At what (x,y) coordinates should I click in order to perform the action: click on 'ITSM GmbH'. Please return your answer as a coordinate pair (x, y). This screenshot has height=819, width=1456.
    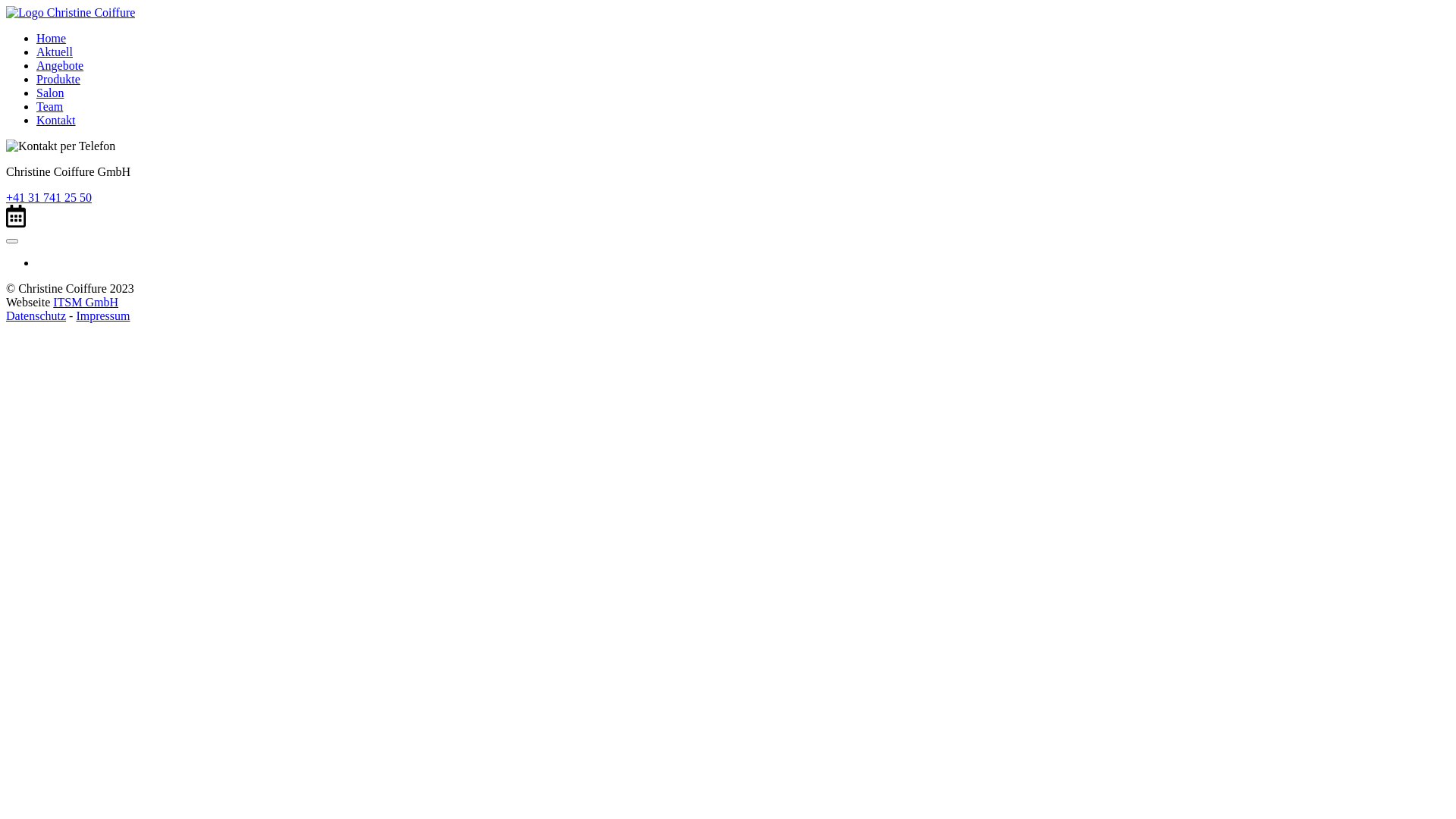
    Looking at the image, I should click on (85, 302).